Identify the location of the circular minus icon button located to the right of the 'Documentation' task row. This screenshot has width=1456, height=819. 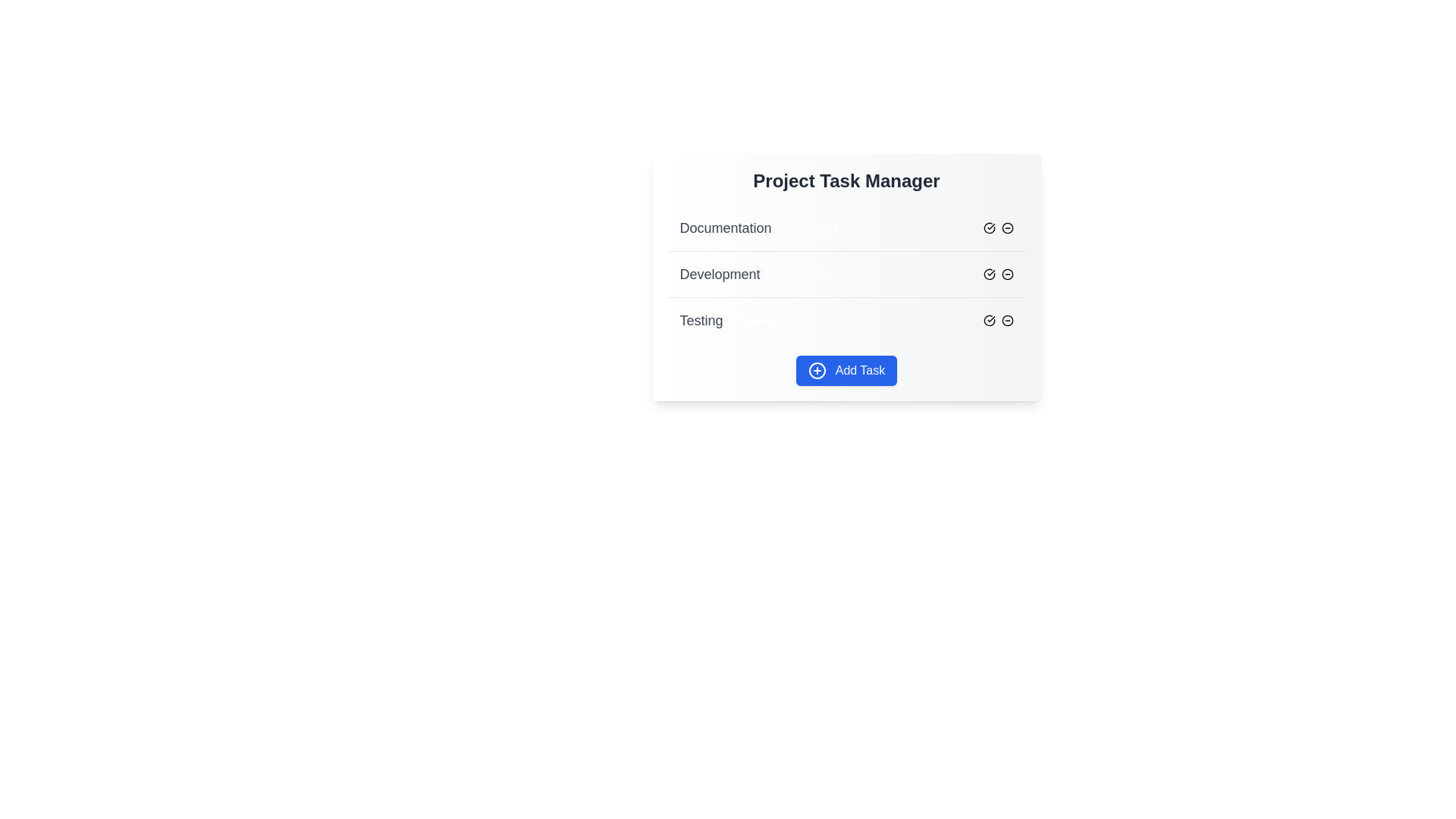
(1007, 227).